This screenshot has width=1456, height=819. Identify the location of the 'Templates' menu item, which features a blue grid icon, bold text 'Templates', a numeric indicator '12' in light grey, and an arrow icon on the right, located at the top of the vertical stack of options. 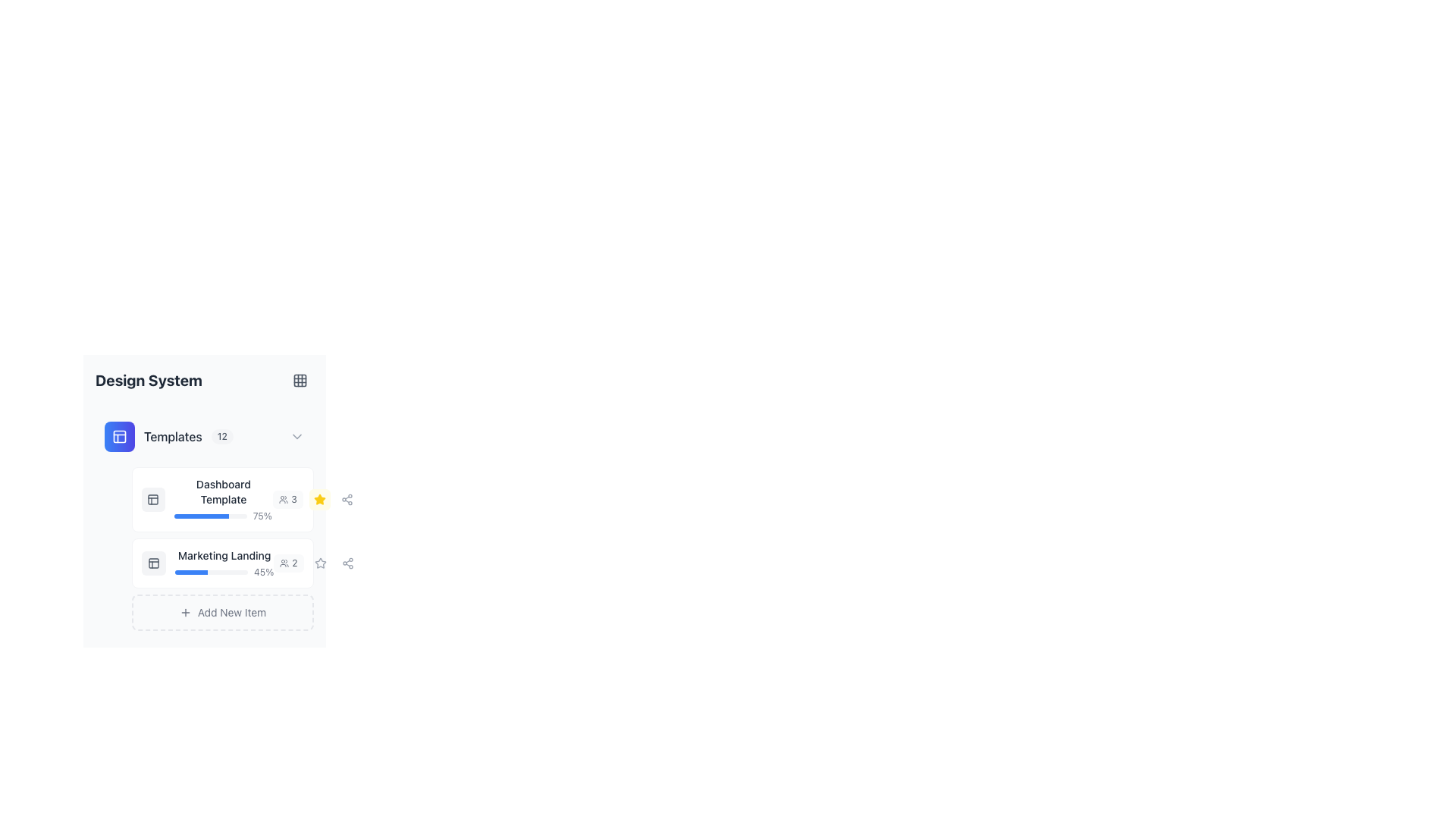
(203, 436).